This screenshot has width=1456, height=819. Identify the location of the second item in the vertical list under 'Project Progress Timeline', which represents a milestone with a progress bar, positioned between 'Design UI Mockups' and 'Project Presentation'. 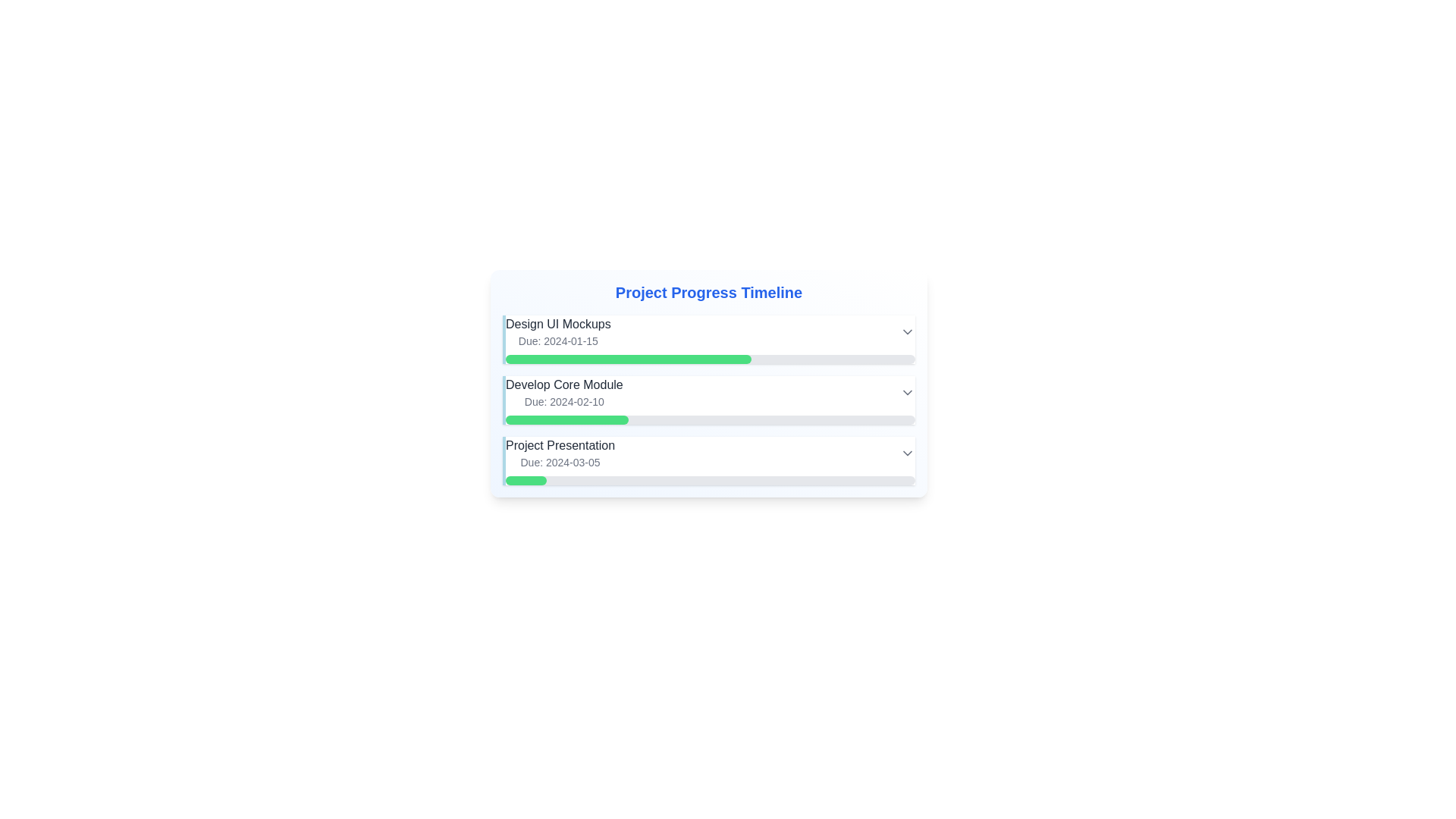
(708, 400).